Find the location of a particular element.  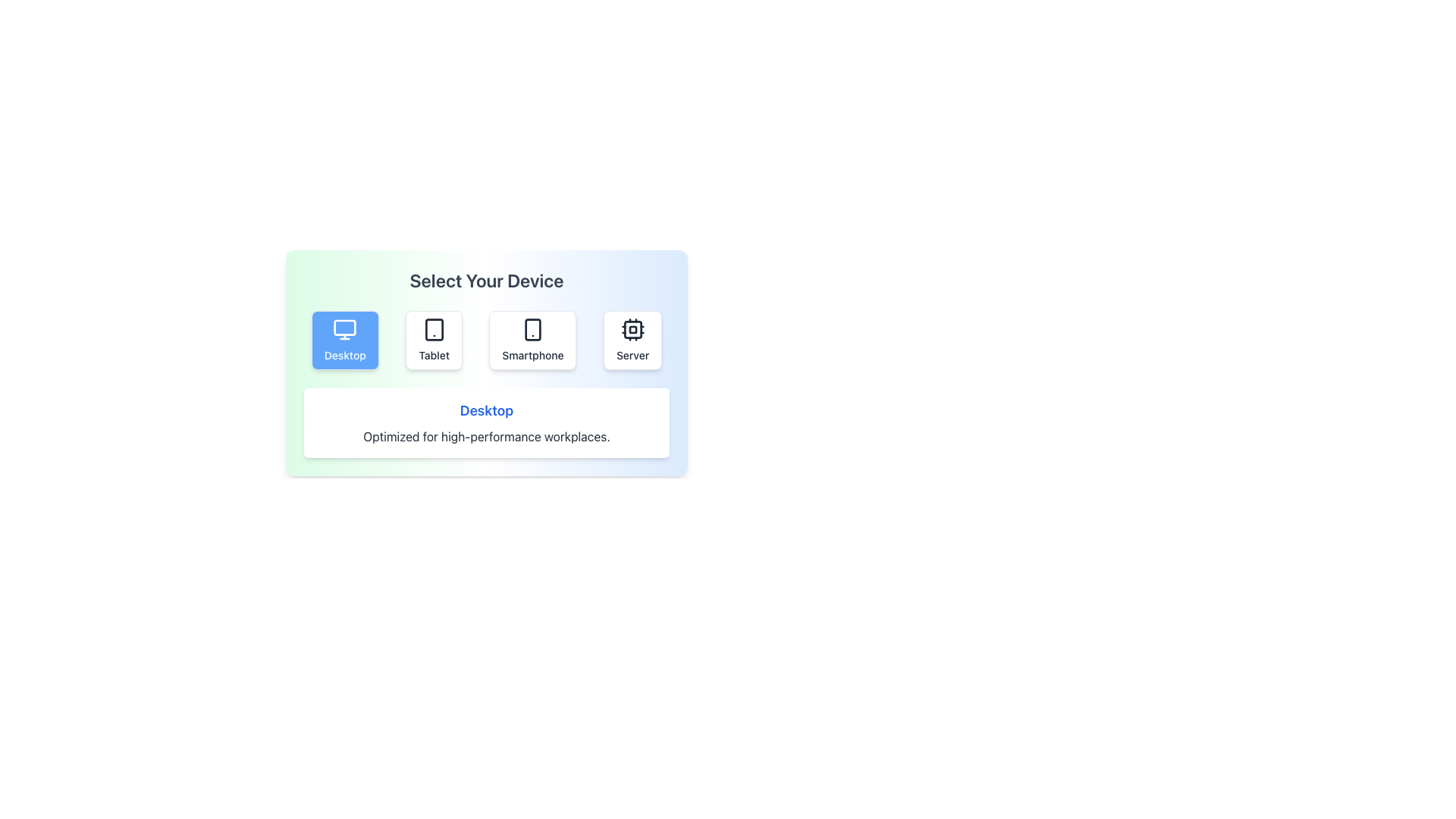

the central rectangular shape inside the 'Tablet' icon, which is the second device option in the group of four device icons under the heading 'Select Your Device' is located at coordinates (433, 329).